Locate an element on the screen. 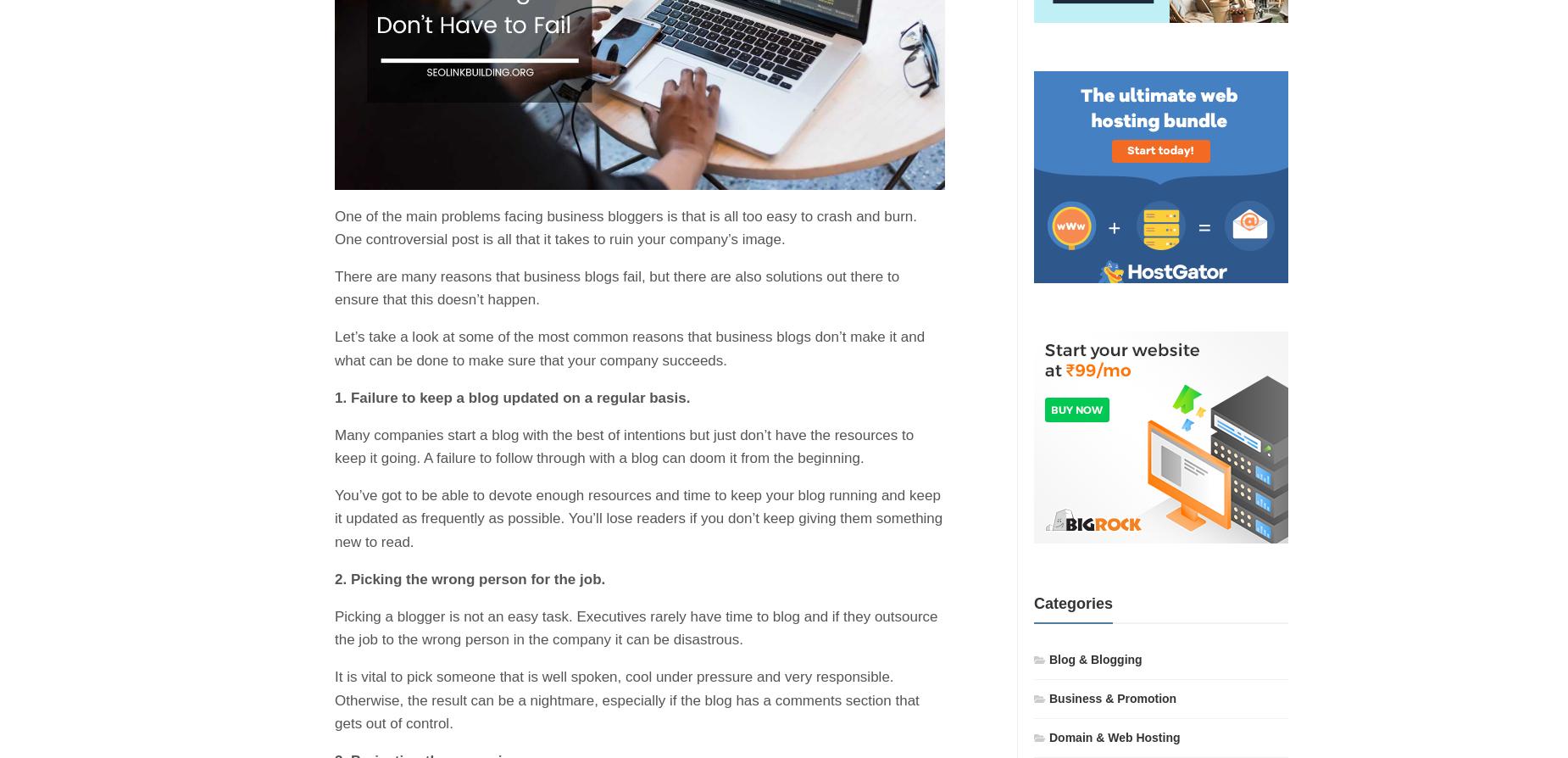  'Many companies start a blog with the best of intentions but just don’t have the resources to keep it going. A failure to follow through with a blog can doom it from the beginning.' is located at coordinates (624, 446).